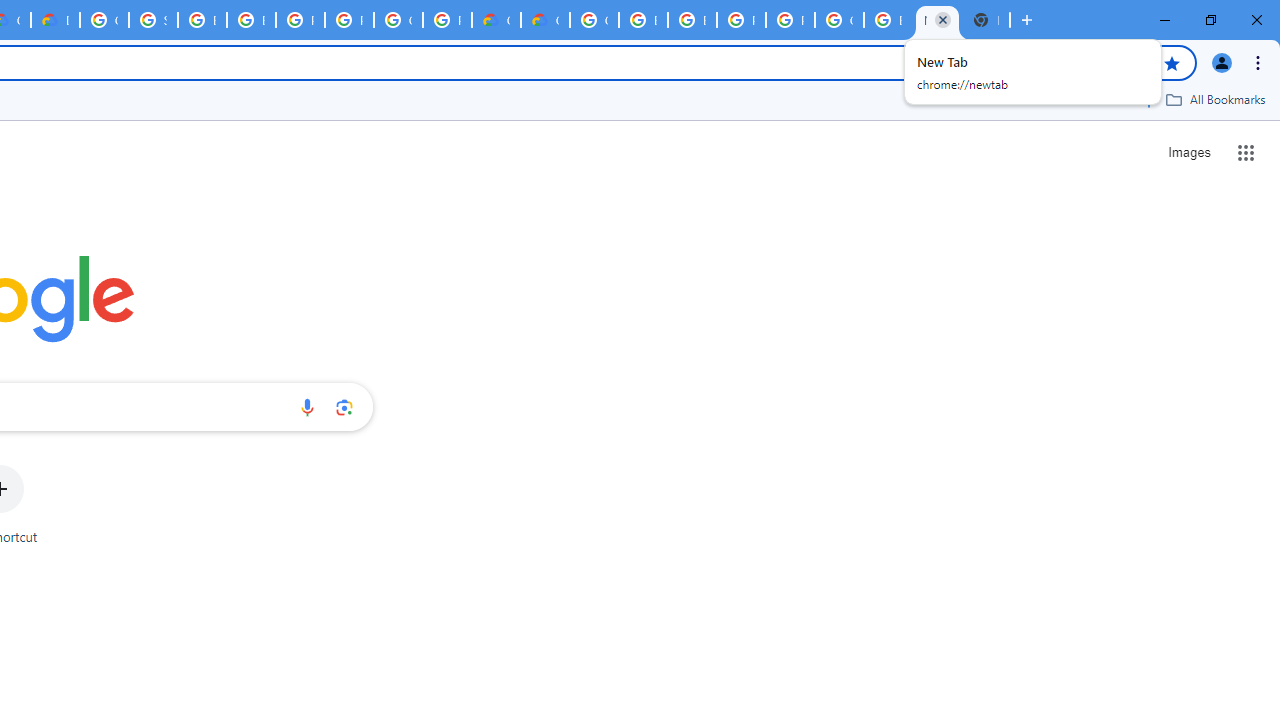 This screenshot has width=1280, height=720. What do you see at coordinates (250, 20) in the screenshot?
I see `'Browse Chrome as a guest - Computer - Google Chrome Help'` at bounding box center [250, 20].